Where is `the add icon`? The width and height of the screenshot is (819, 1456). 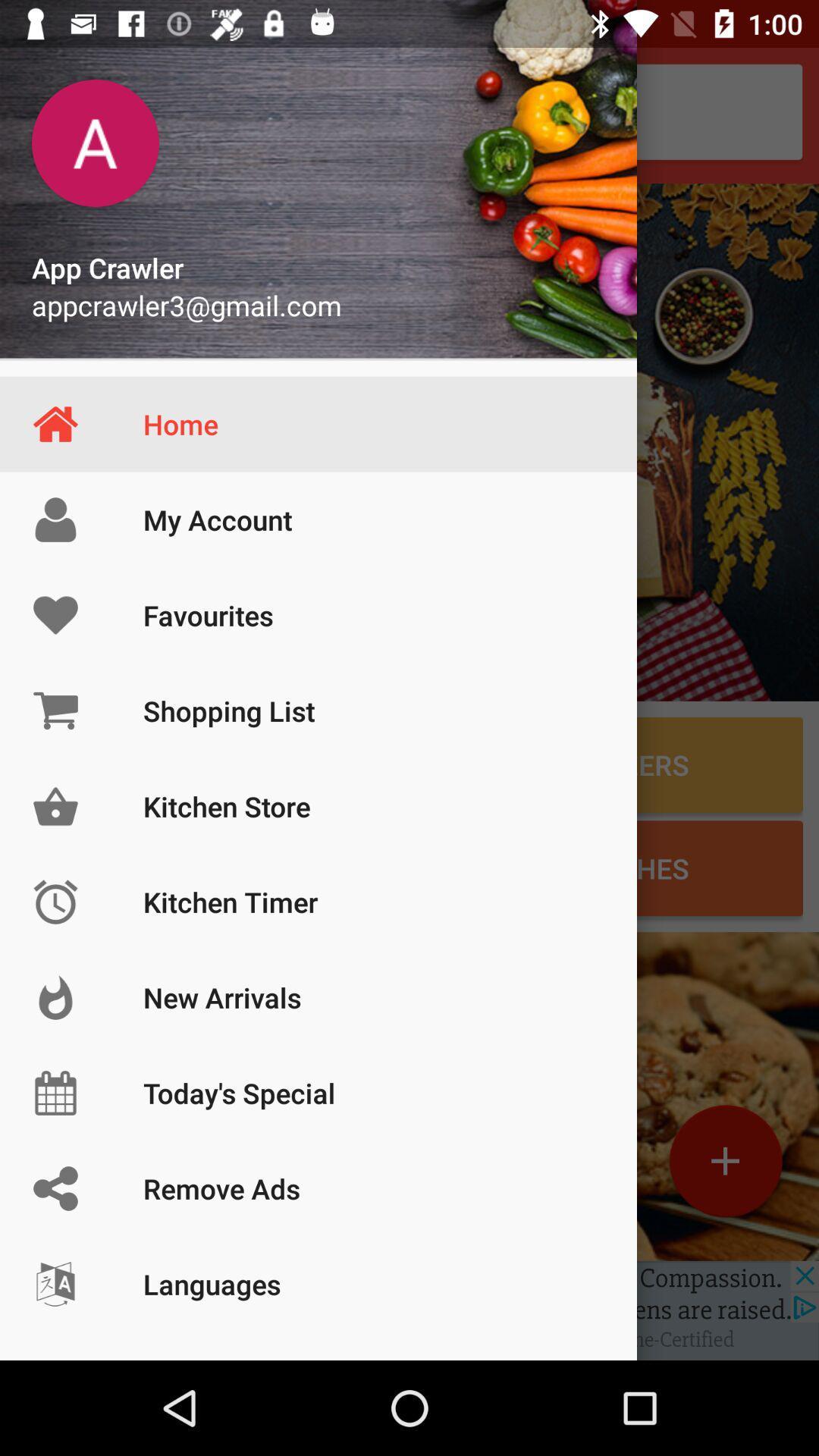 the add icon is located at coordinates (724, 1166).